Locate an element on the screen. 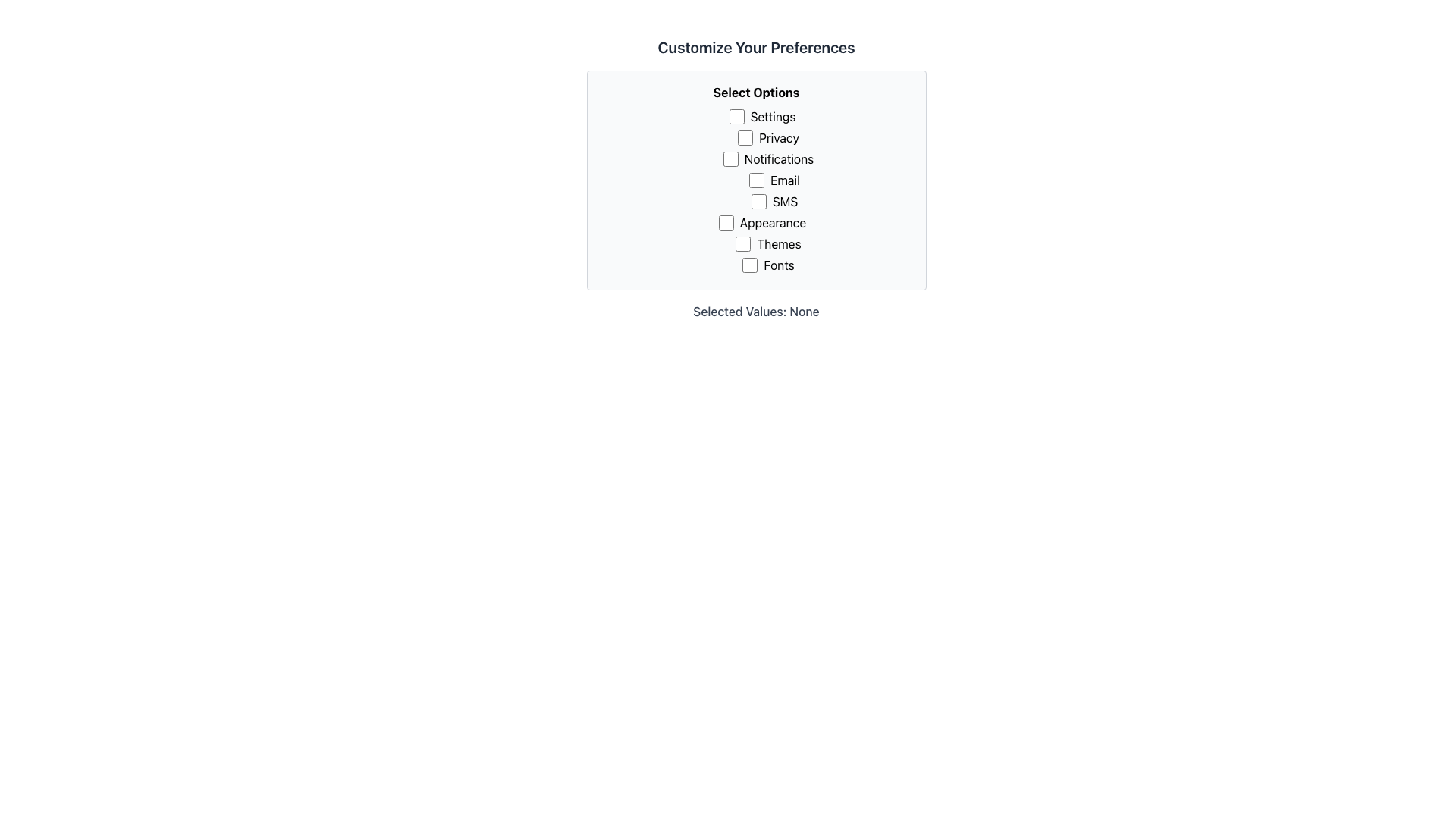 The image size is (1456, 819). the 'Email' checkbox is located at coordinates (756, 180).